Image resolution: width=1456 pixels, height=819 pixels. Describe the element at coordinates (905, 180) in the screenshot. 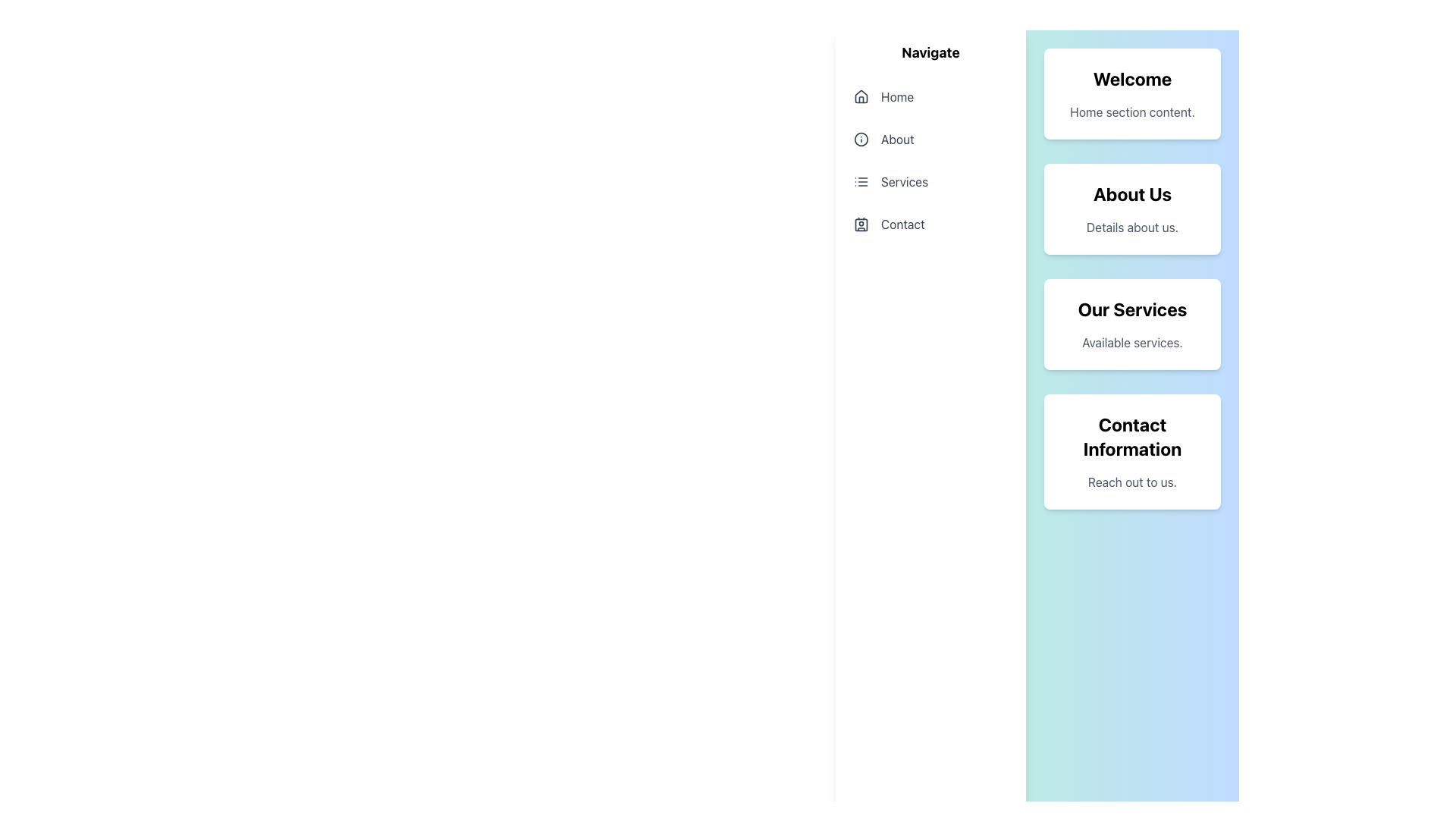

I see `the 'Services' text label in the navigation panel` at that location.